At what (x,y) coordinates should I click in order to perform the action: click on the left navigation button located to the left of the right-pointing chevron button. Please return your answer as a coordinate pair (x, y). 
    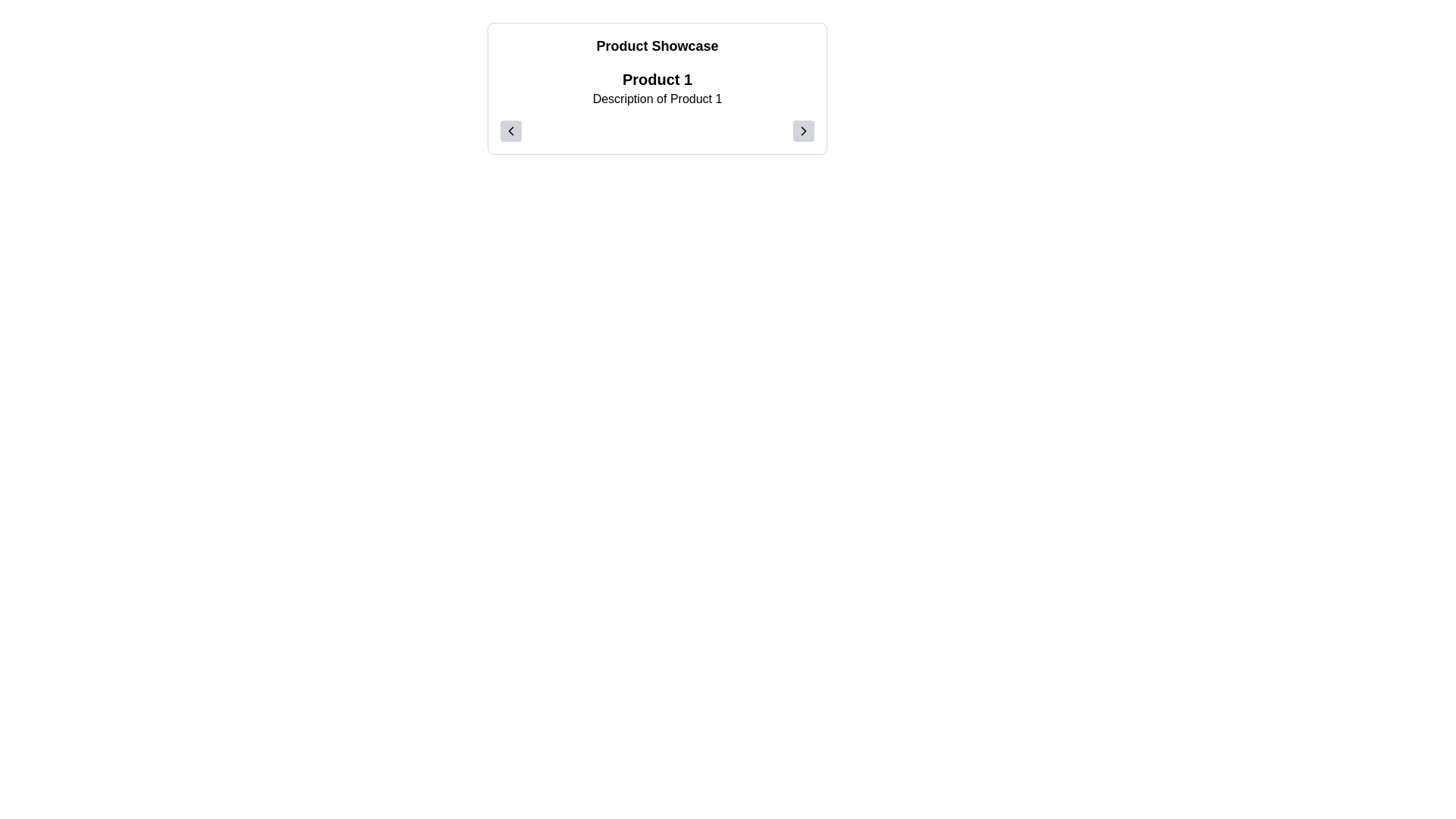
    Looking at the image, I should click on (510, 130).